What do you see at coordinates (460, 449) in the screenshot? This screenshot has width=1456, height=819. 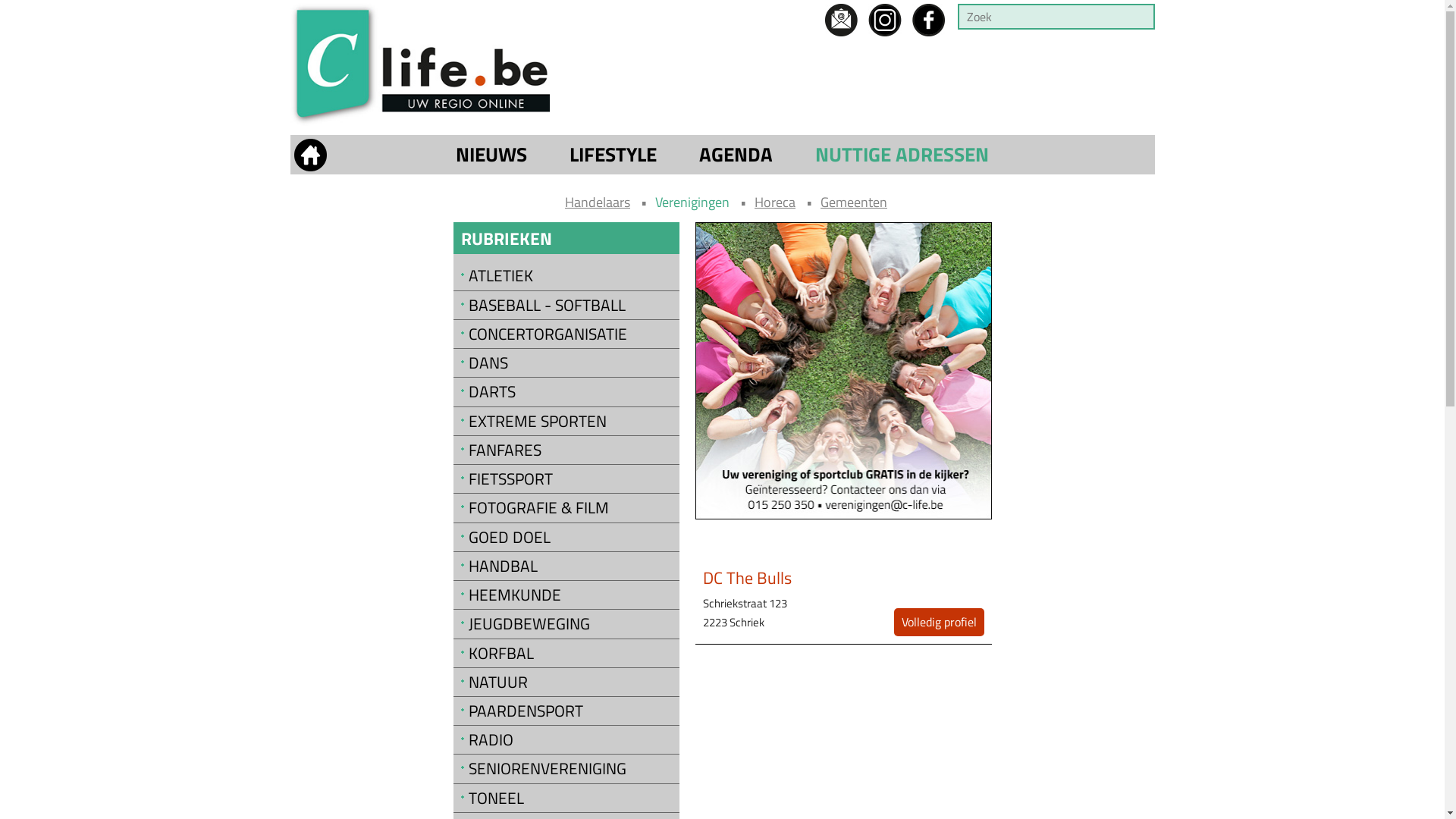 I see `'FANFARES'` at bounding box center [460, 449].